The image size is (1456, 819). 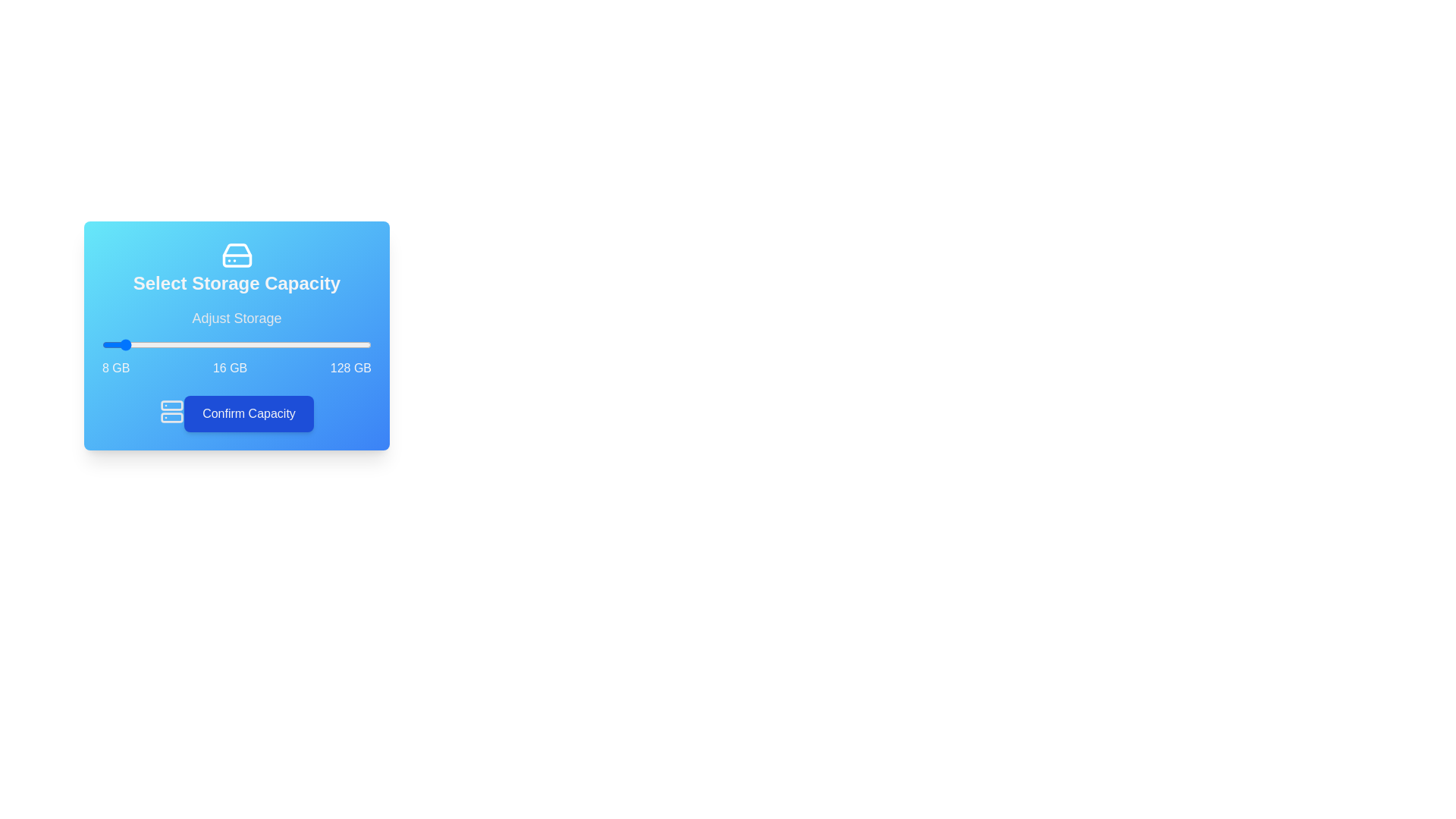 What do you see at coordinates (290, 345) in the screenshot?
I see `the storage slider to set the capacity to 92 GB` at bounding box center [290, 345].